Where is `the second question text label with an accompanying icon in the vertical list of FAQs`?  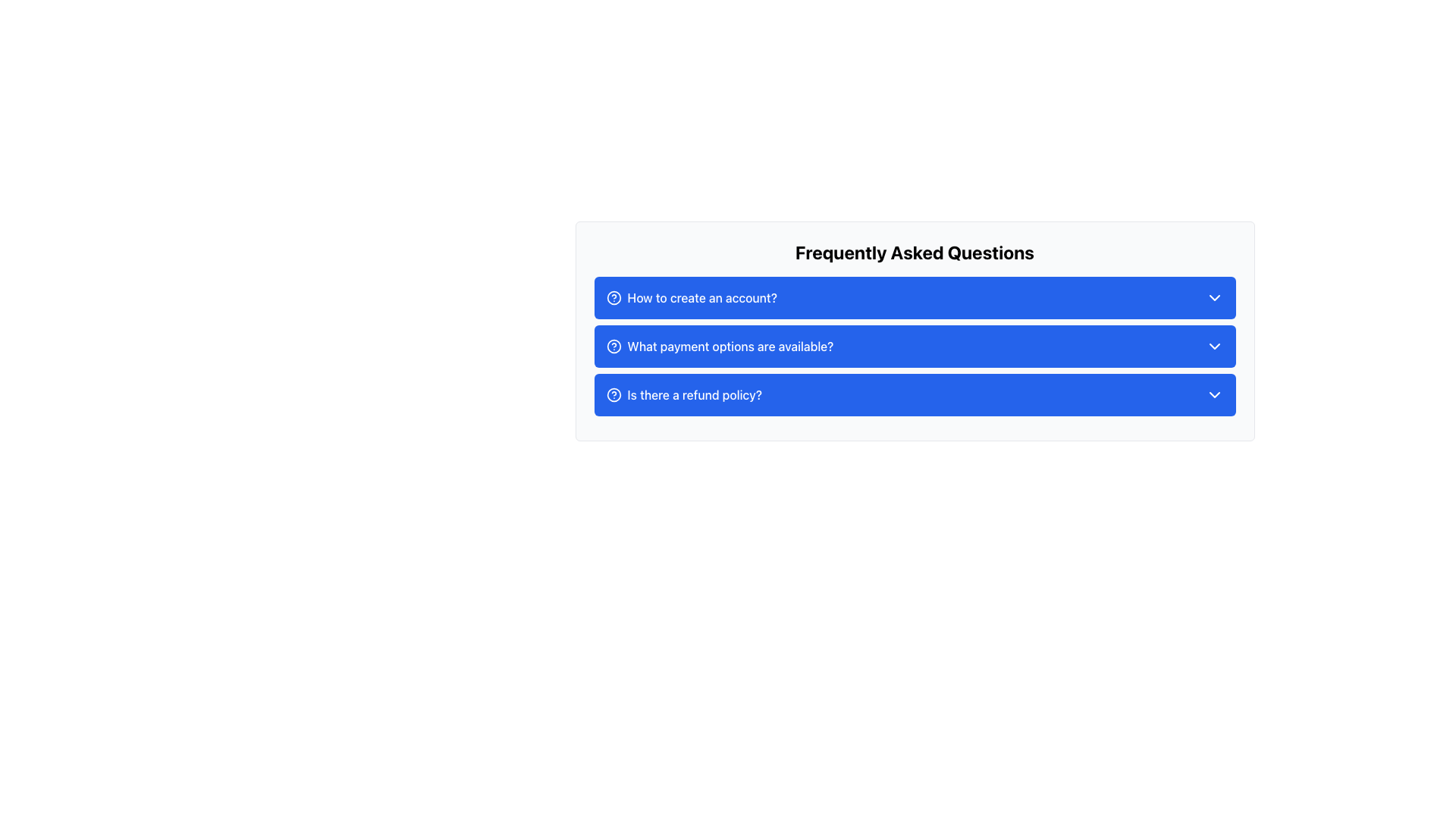
the second question text label with an accompanying icon in the vertical list of FAQs is located at coordinates (719, 346).